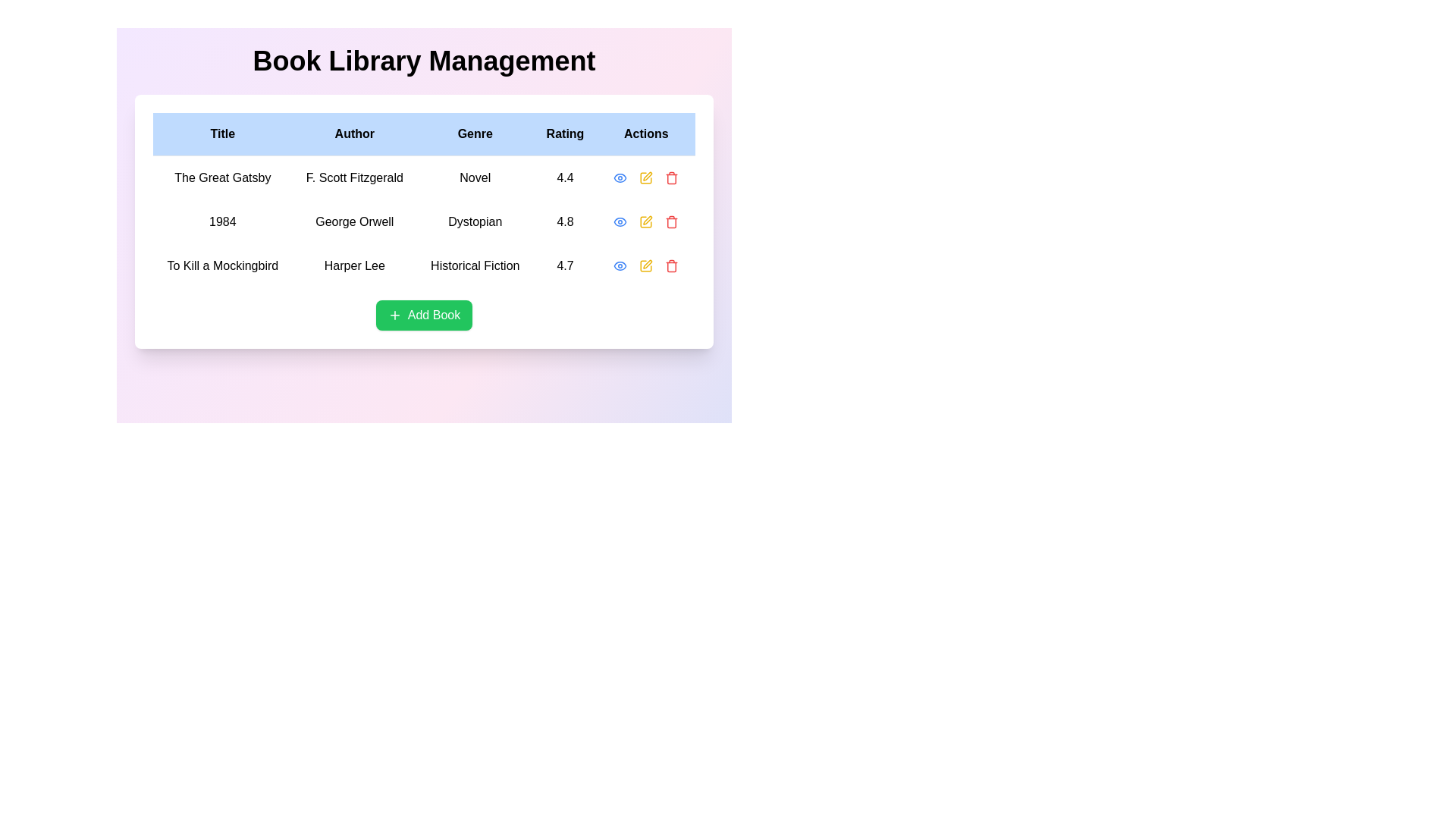 The width and height of the screenshot is (1456, 819). What do you see at coordinates (646, 222) in the screenshot?
I see `the yellow square-shaped edit icon with a pen overlay in the 'Actions' column of the second row to initiate editing of the '1984' book entry` at bounding box center [646, 222].